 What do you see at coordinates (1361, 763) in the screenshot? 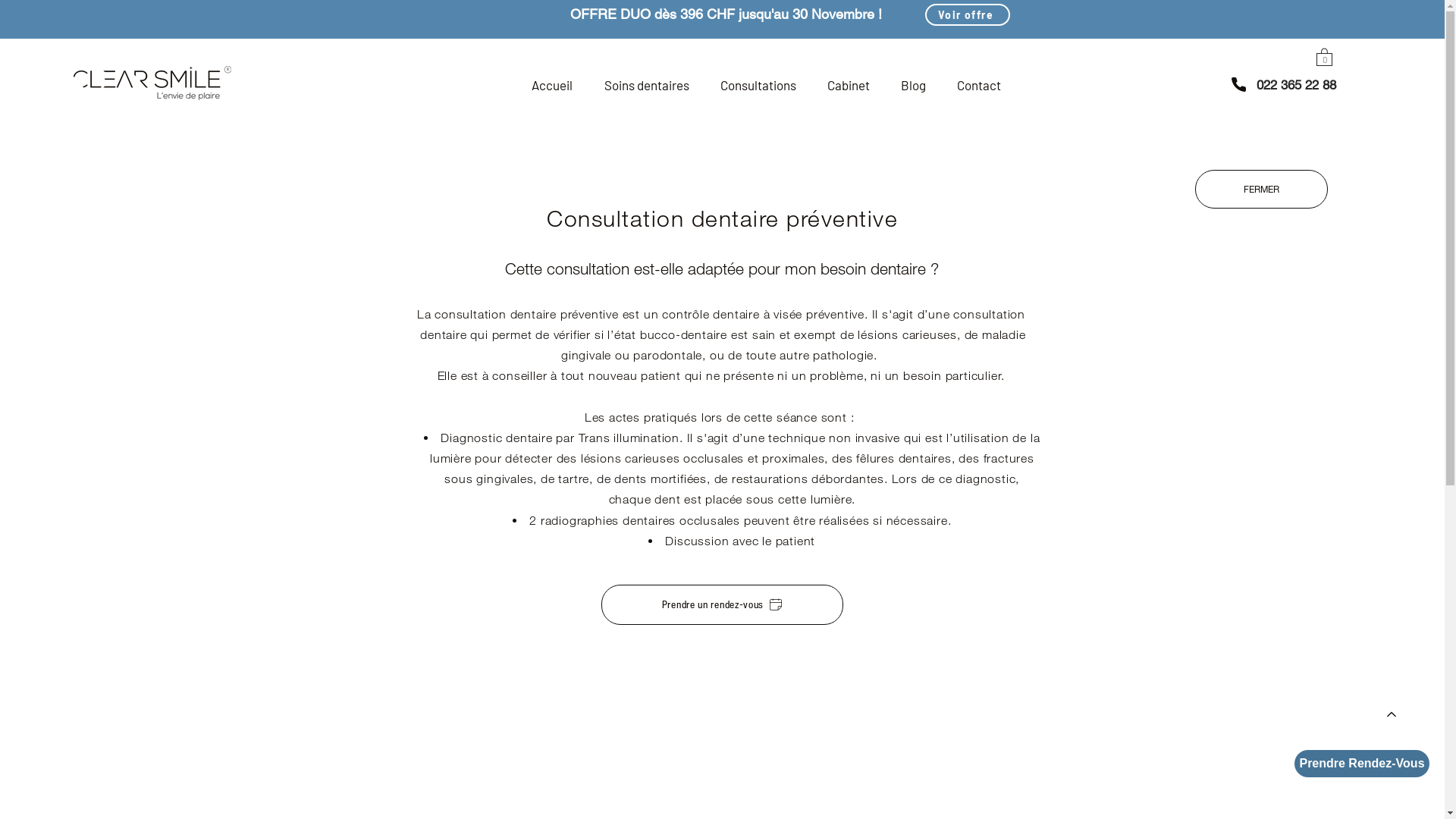
I see `'Prendre Rendez-Vous'` at bounding box center [1361, 763].